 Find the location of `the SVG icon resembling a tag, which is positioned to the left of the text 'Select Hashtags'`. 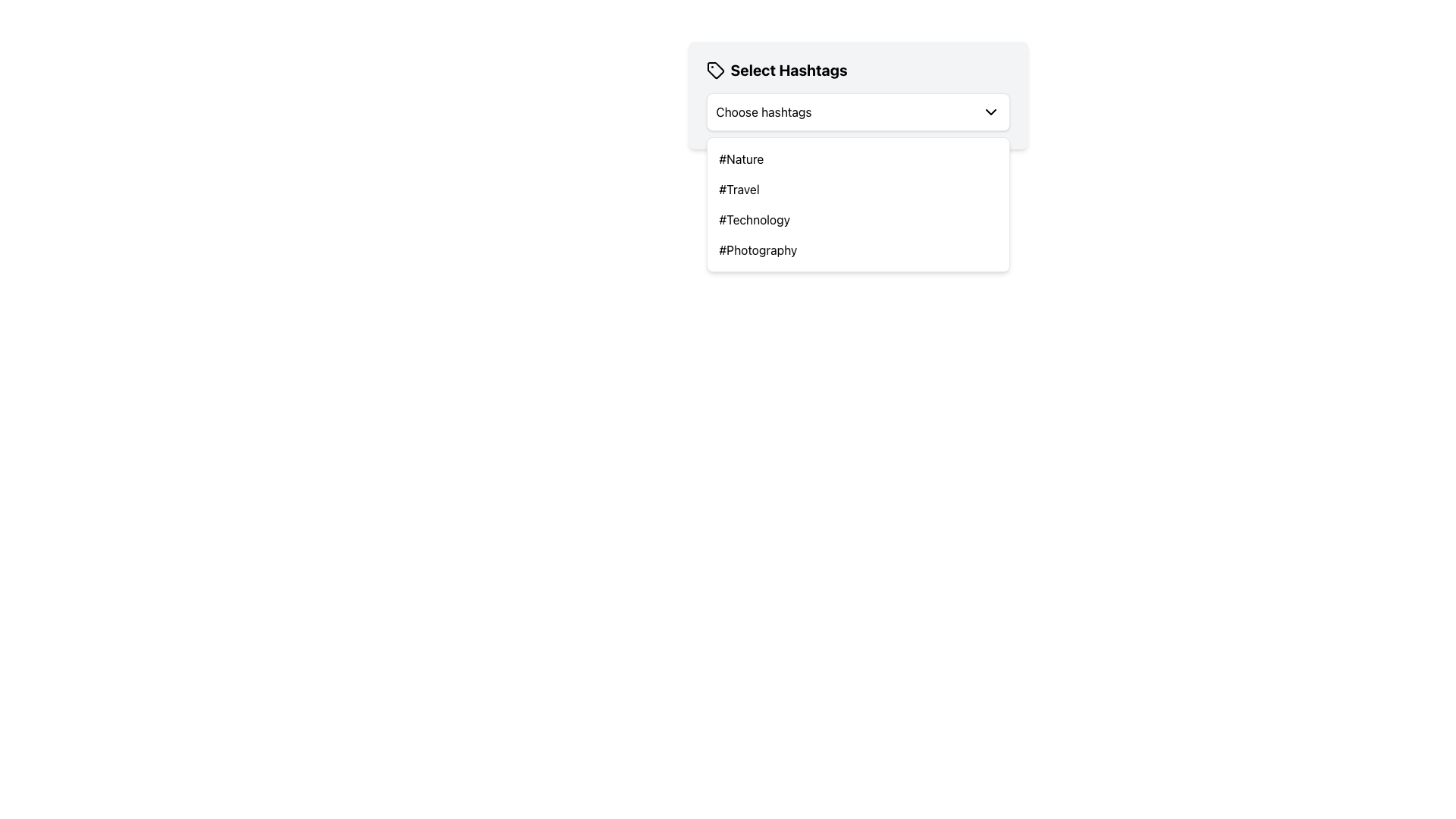

the SVG icon resembling a tag, which is positioned to the left of the text 'Select Hashtags' is located at coordinates (714, 70).